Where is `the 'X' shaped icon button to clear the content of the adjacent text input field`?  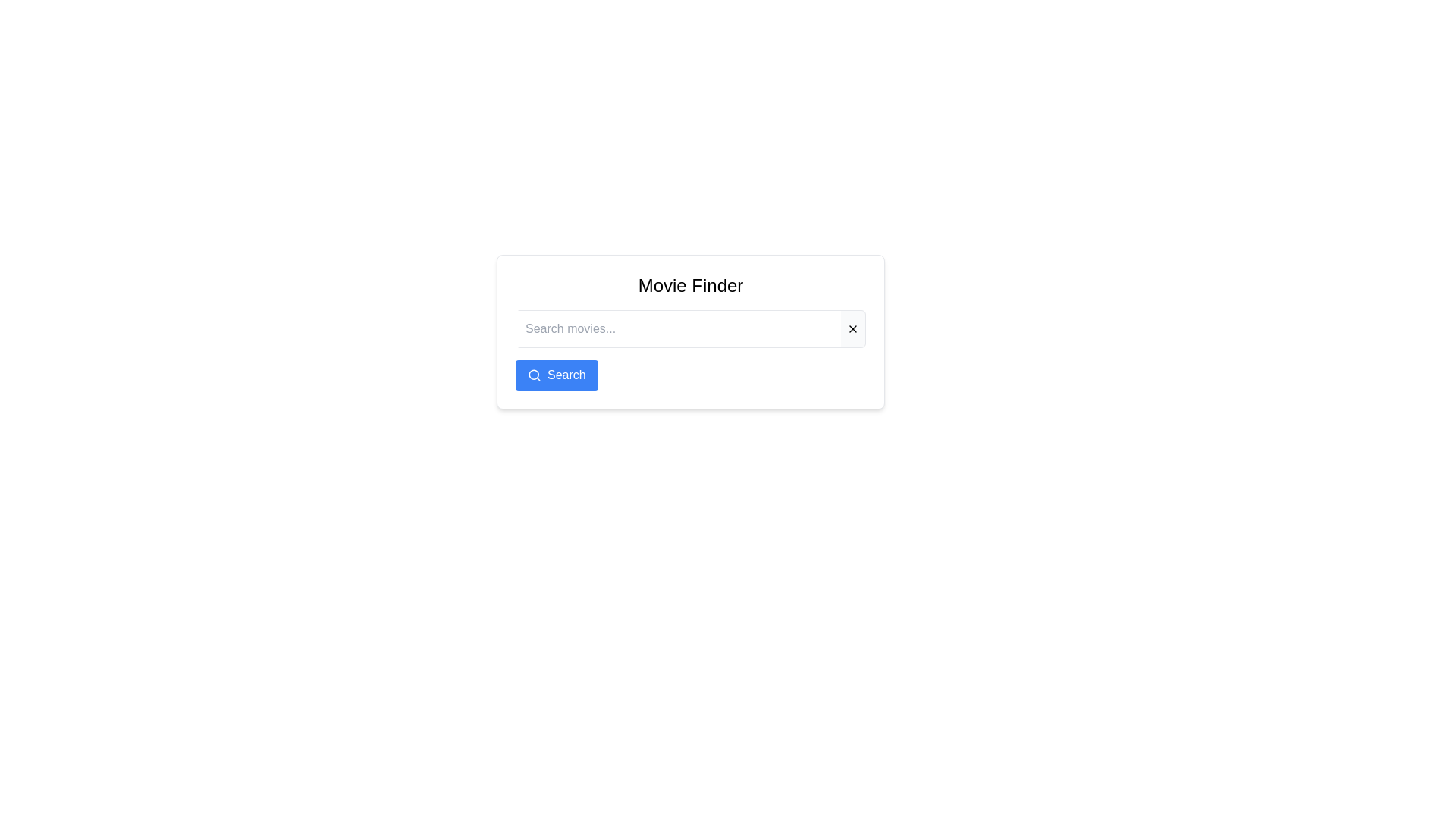 the 'X' shaped icon button to clear the content of the adjacent text input field is located at coordinates (852, 328).